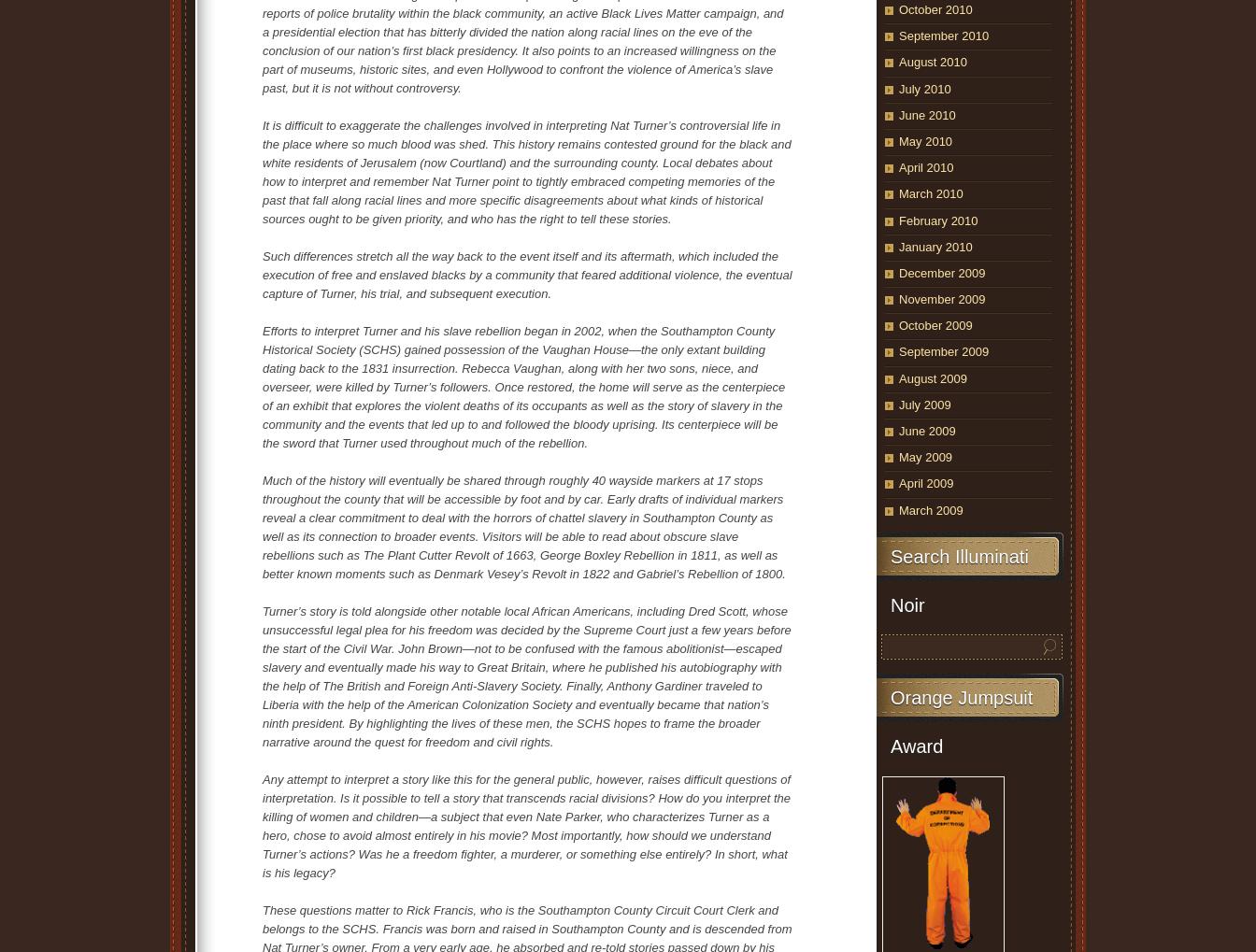  I want to click on 'Efforts to interpret Turner and his slave rebellion began in 2002, when the Southampton County Historical Society (SCHS) gained possession of the Vaughan House—the only extant building dating back to the 1831 insurrection. Rebecca Vaughan, along with her two sons, niece, and overseer, were killed by Turner’s followers. Once restored, the home will serve as the centerpiece of an exhibit that explores the violent deaths of its occupants as well as the story of slavery in the community and the events that led up to and followed the bloody uprising. Its centerpiece will be the sword that Turner used throughout much of the rebellion.', so click(523, 385).